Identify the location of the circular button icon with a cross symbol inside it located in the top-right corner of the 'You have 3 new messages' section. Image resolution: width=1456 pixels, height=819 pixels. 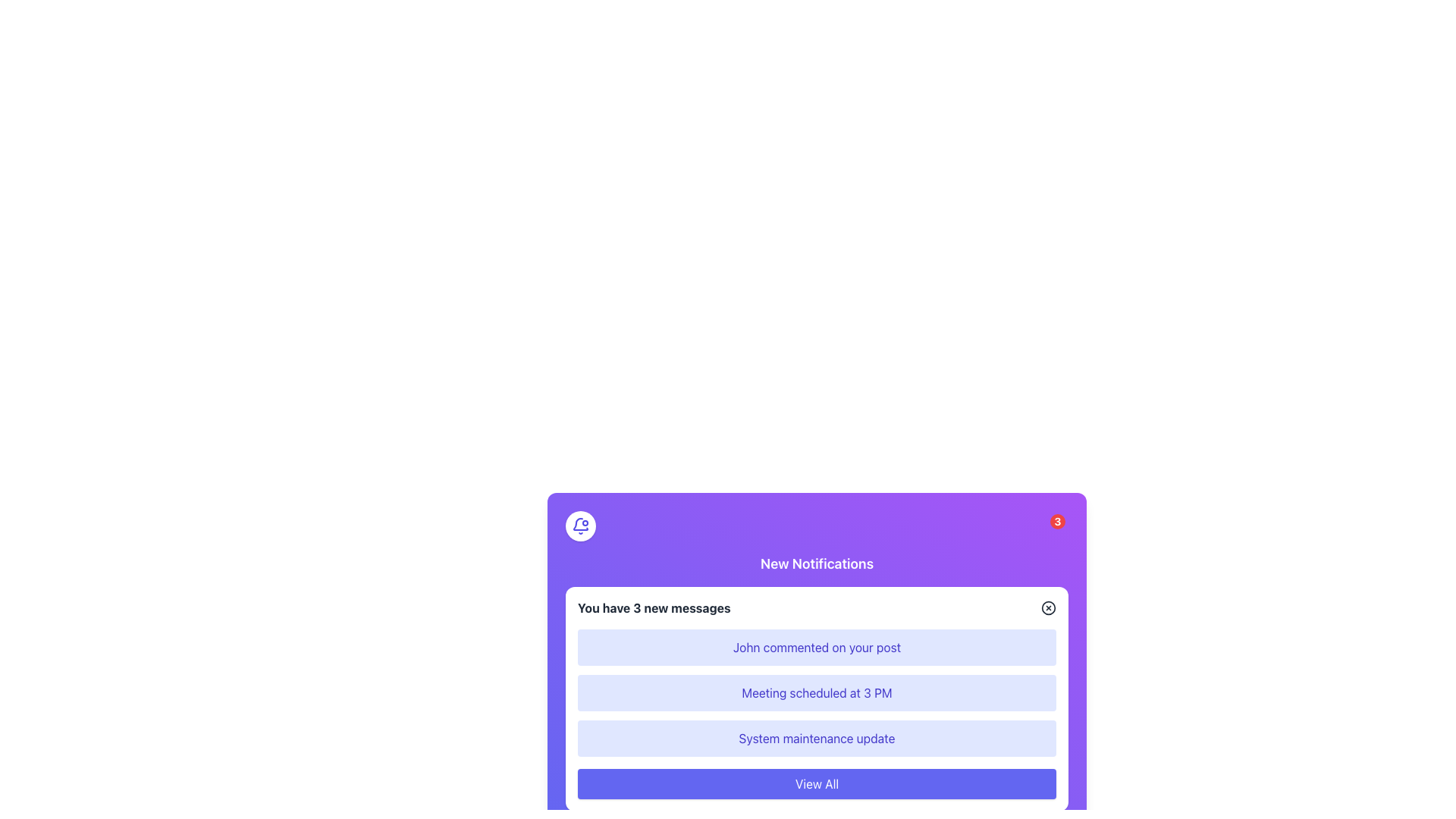
(1047, 607).